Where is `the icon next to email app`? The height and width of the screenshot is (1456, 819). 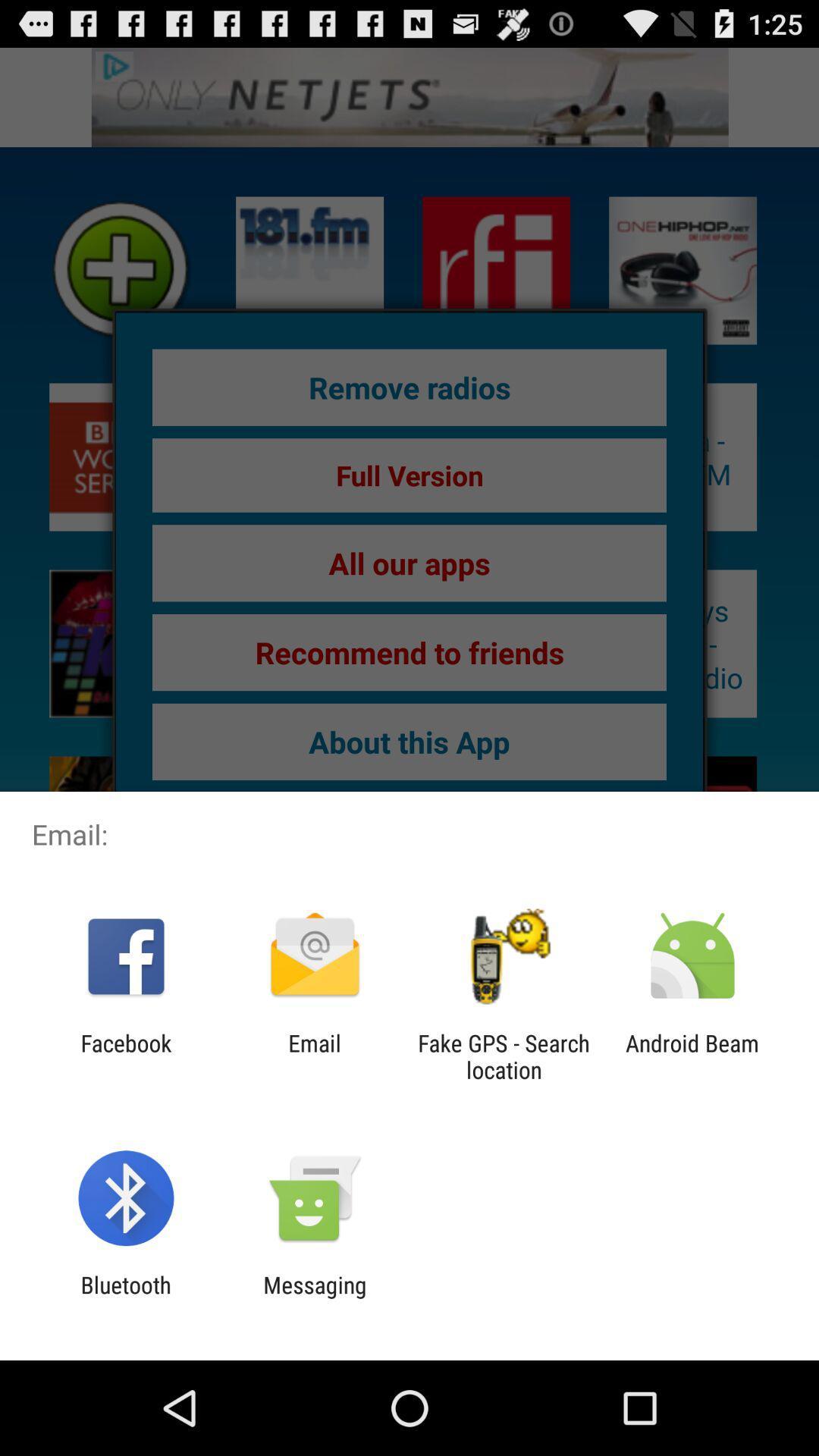 the icon next to email app is located at coordinates (125, 1056).